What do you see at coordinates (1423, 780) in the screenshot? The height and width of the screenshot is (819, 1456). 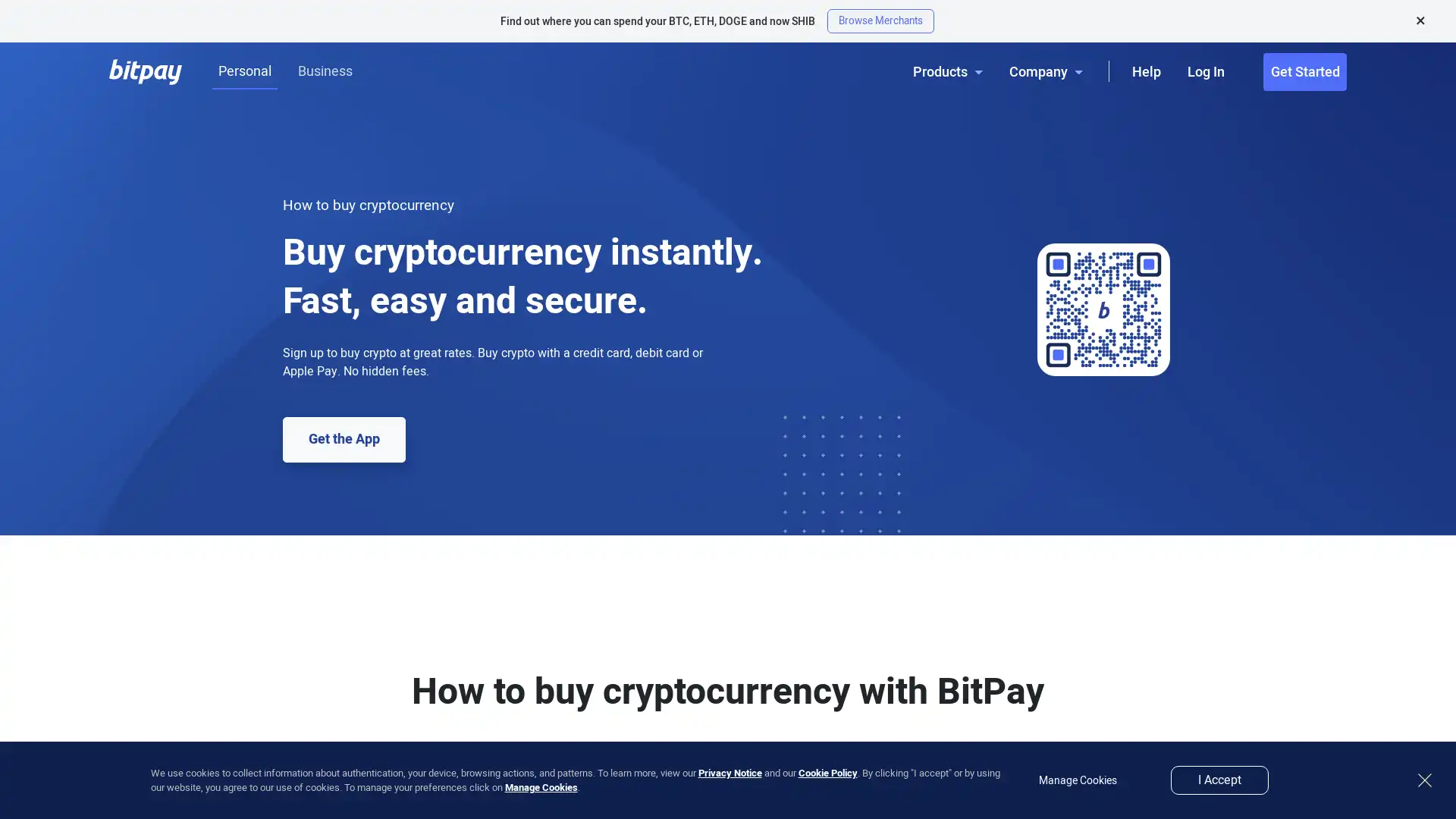 I see `close button` at bounding box center [1423, 780].